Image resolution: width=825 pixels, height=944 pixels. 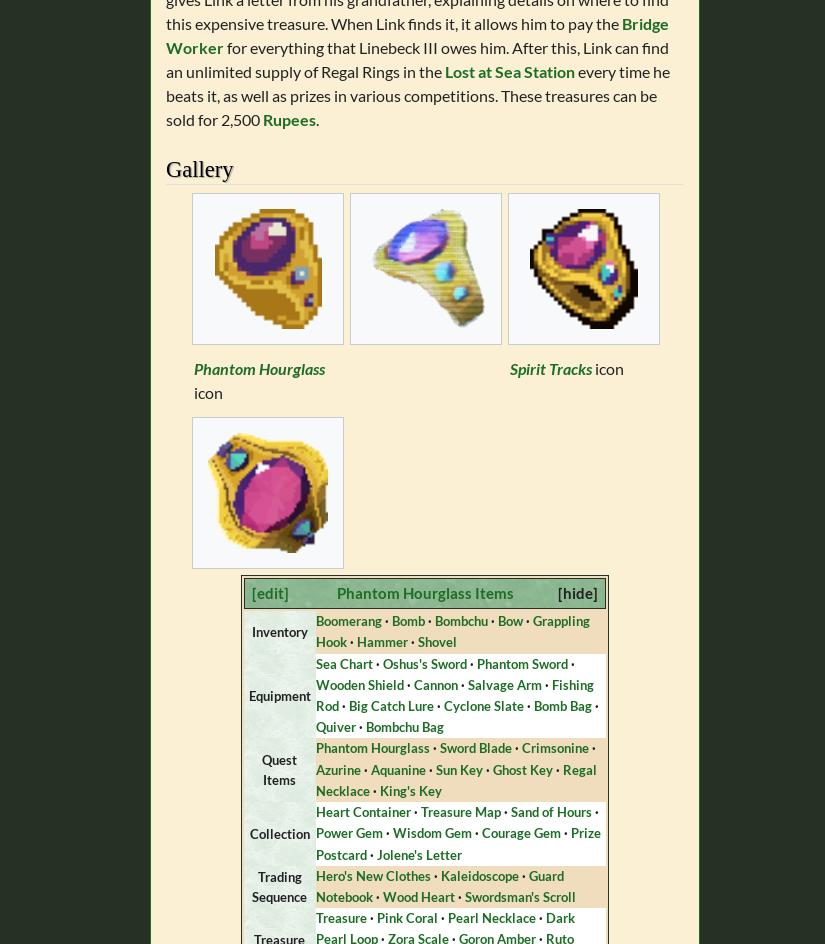 What do you see at coordinates (467, 683) in the screenshot?
I see `'Salvage Arm'` at bounding box center [467, 683].